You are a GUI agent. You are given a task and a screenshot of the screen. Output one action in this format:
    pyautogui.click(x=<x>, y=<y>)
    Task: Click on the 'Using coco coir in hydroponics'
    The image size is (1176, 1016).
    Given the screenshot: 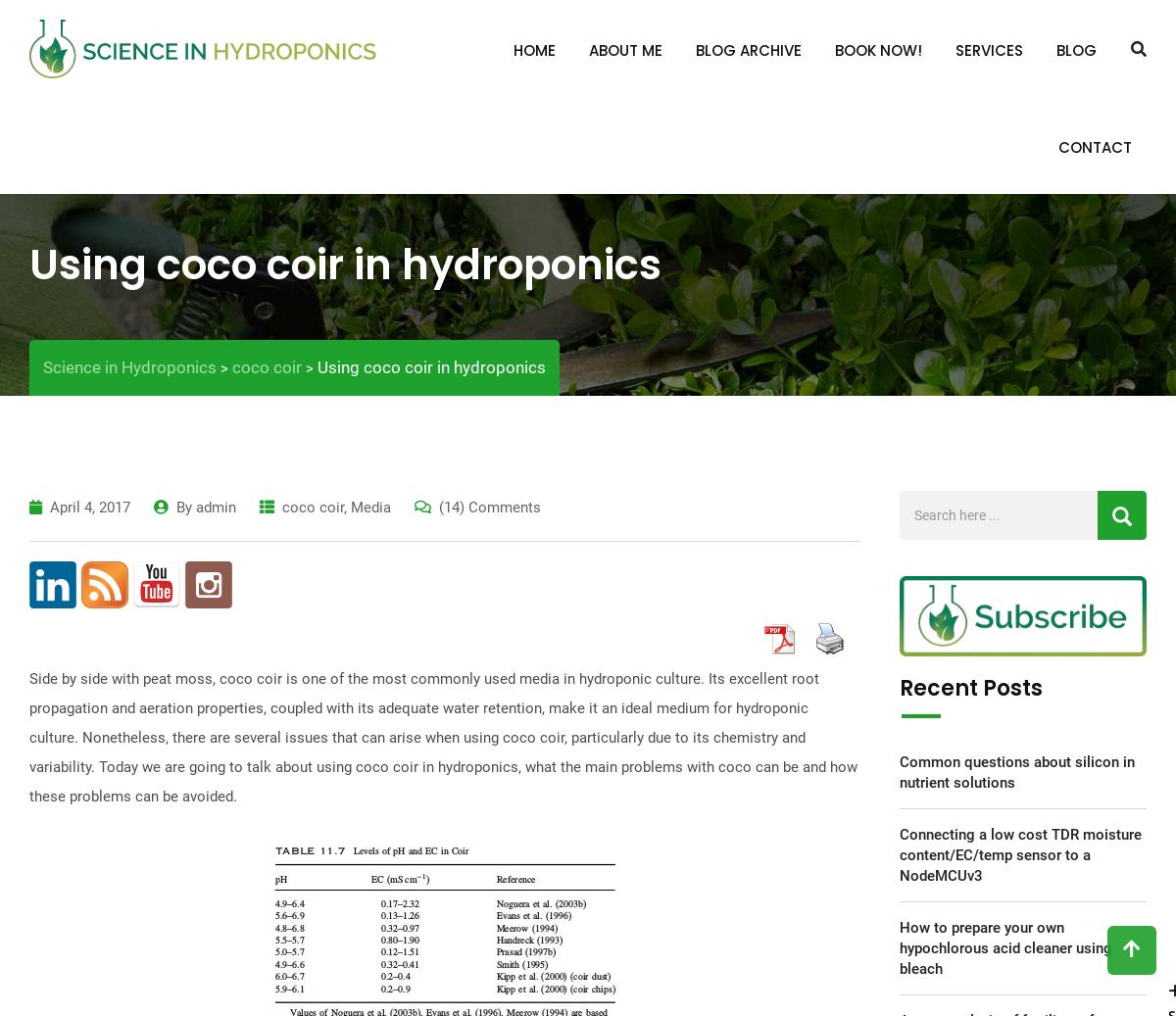 What is the action you would take?
    pyautogui.click(x=29, y=264)
    